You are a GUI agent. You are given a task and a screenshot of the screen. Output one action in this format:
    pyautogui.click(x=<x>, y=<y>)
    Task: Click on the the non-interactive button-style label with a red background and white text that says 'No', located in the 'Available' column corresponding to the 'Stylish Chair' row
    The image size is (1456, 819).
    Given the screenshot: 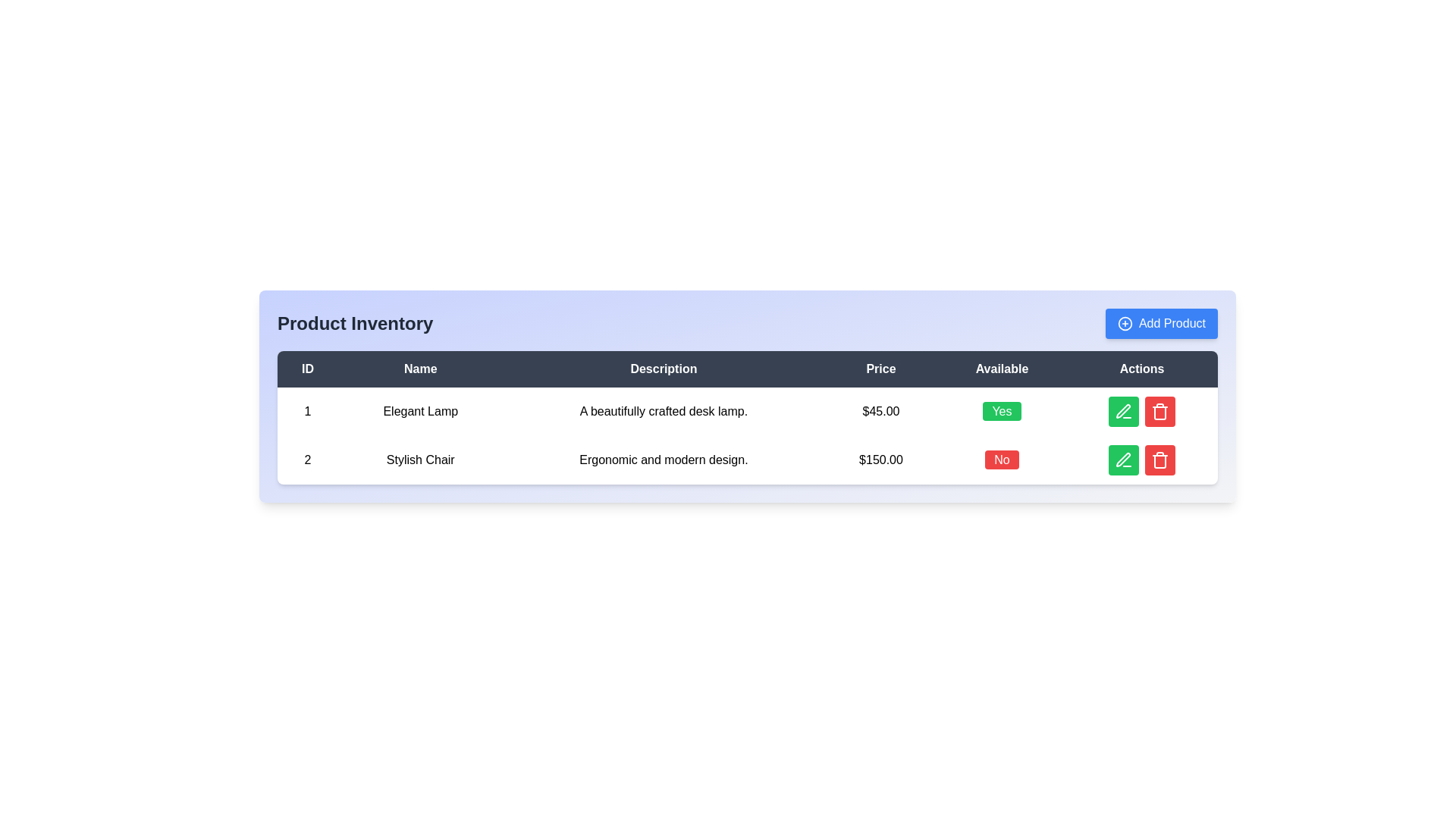 What is the action you would take?
    pyautogui.click(x=1002, y=459)
    